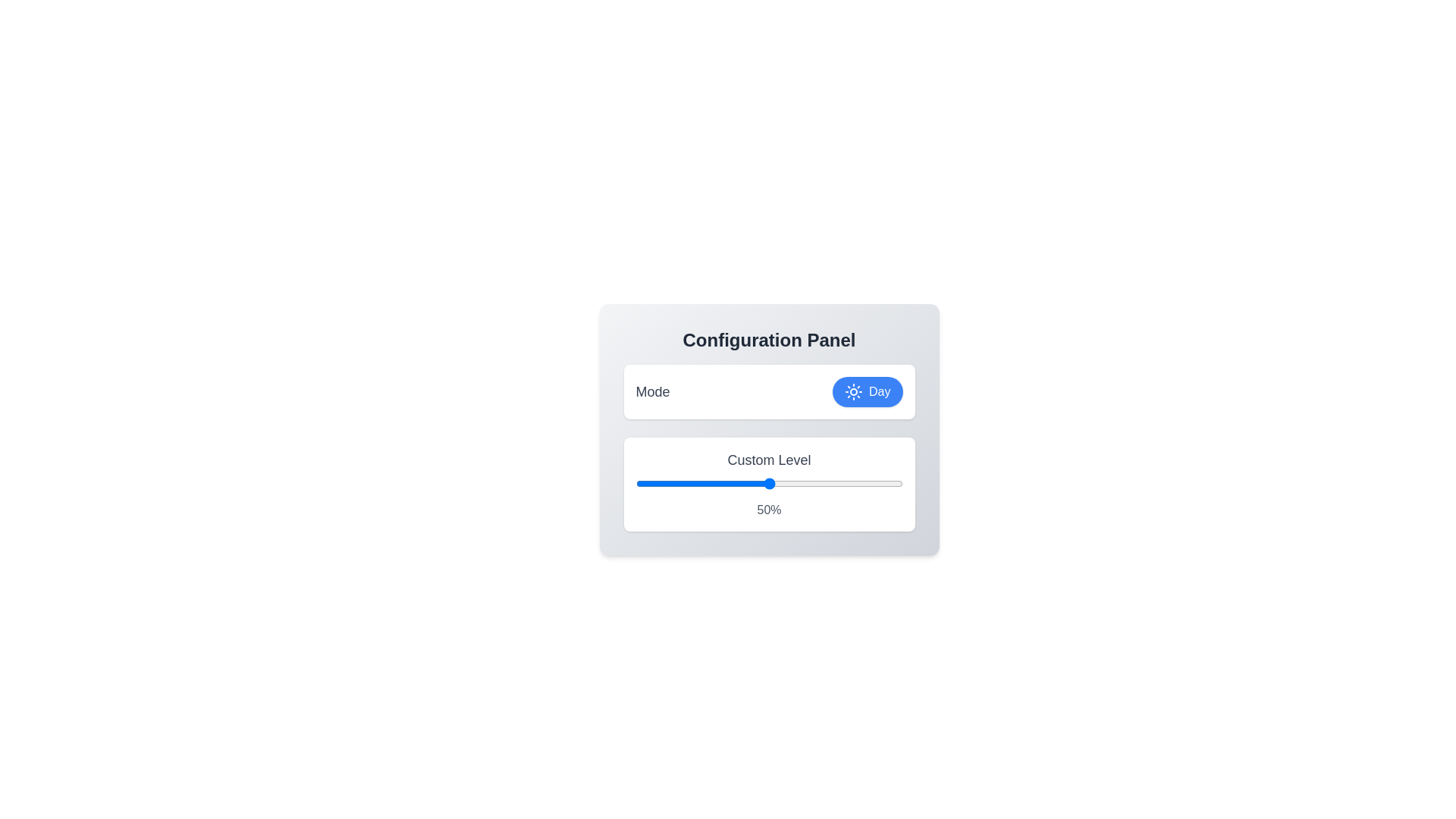 The height and width of the screenshot is (819, 1456). What do you see at coordinates (881, 483) in the screenshot?
I see `the slider to set the custom level to 92%` at bounding box center [881, 483].